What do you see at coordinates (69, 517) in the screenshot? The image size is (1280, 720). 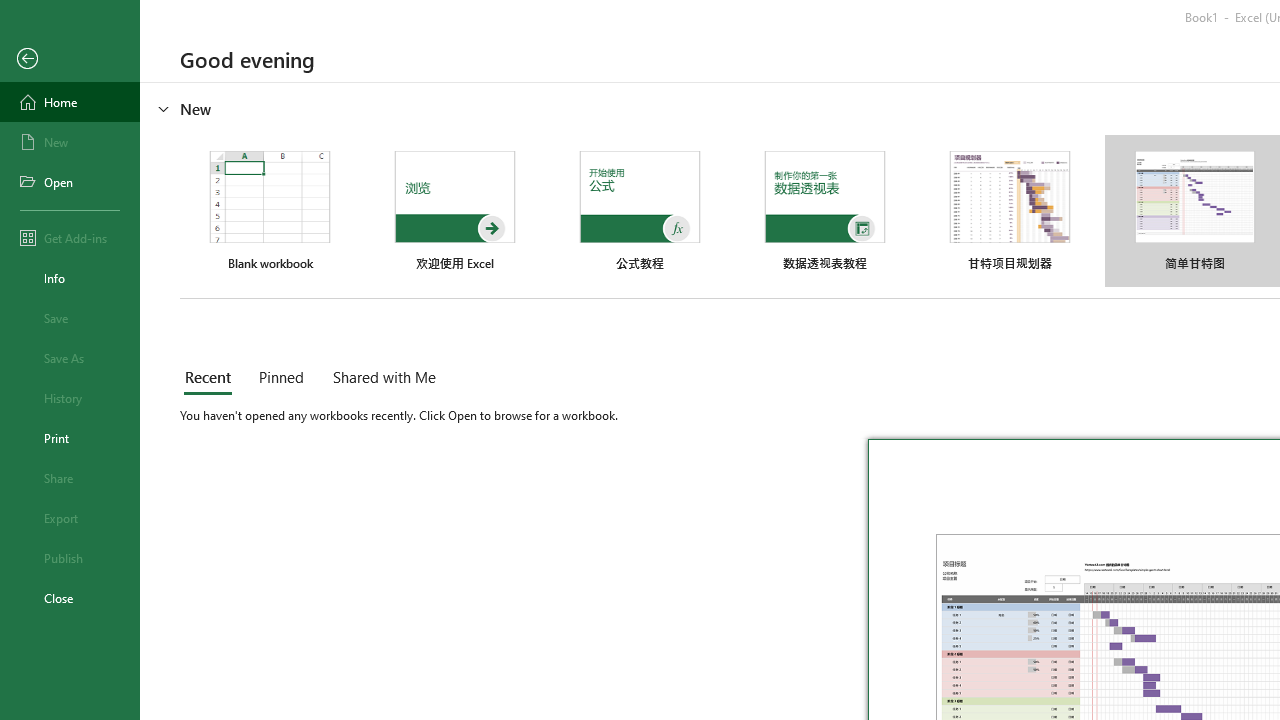 I see `'Export'` at bounding box center [69, 517].